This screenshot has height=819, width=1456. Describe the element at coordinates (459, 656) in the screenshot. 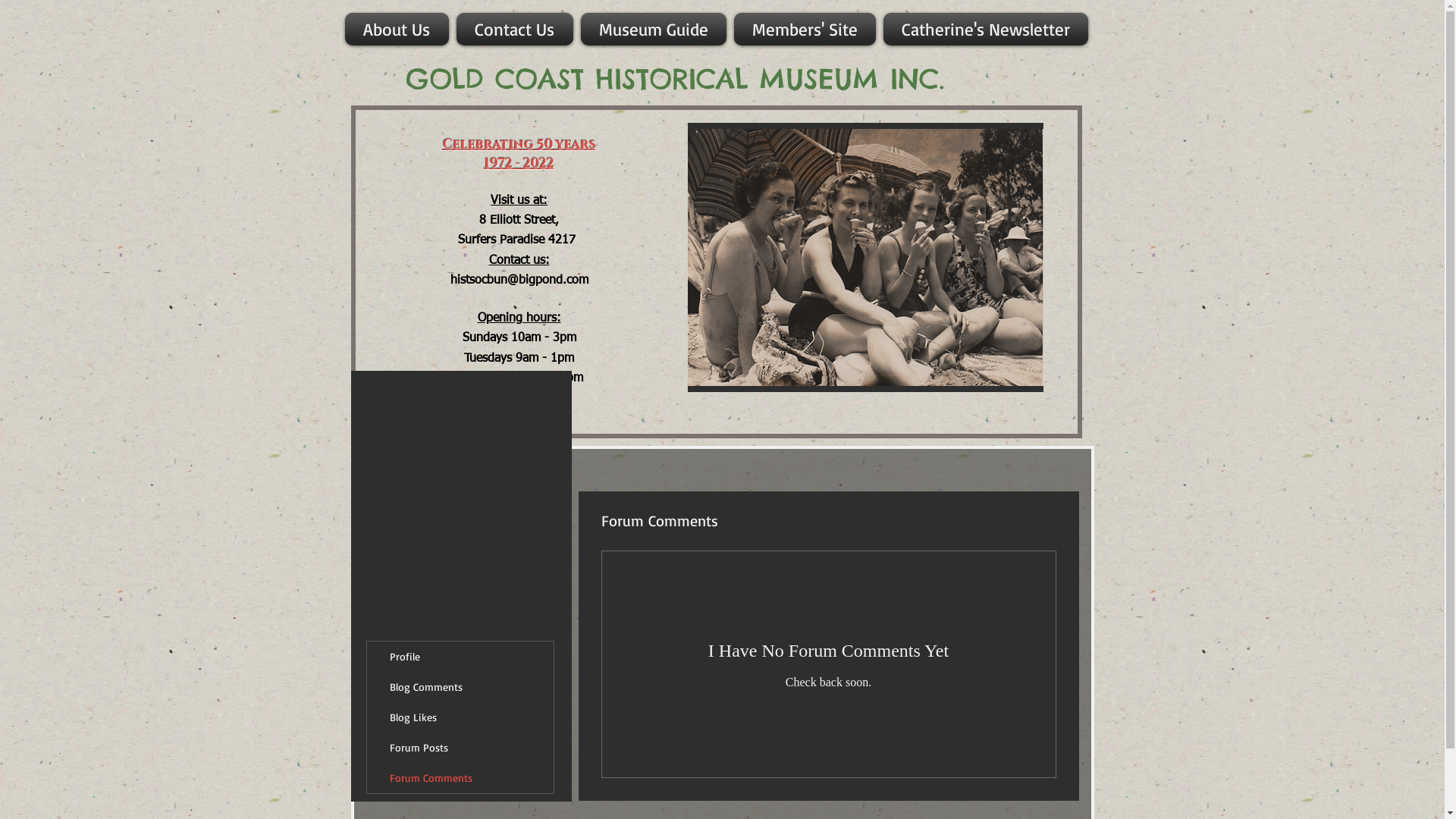

I see `'Profile'` at that location.